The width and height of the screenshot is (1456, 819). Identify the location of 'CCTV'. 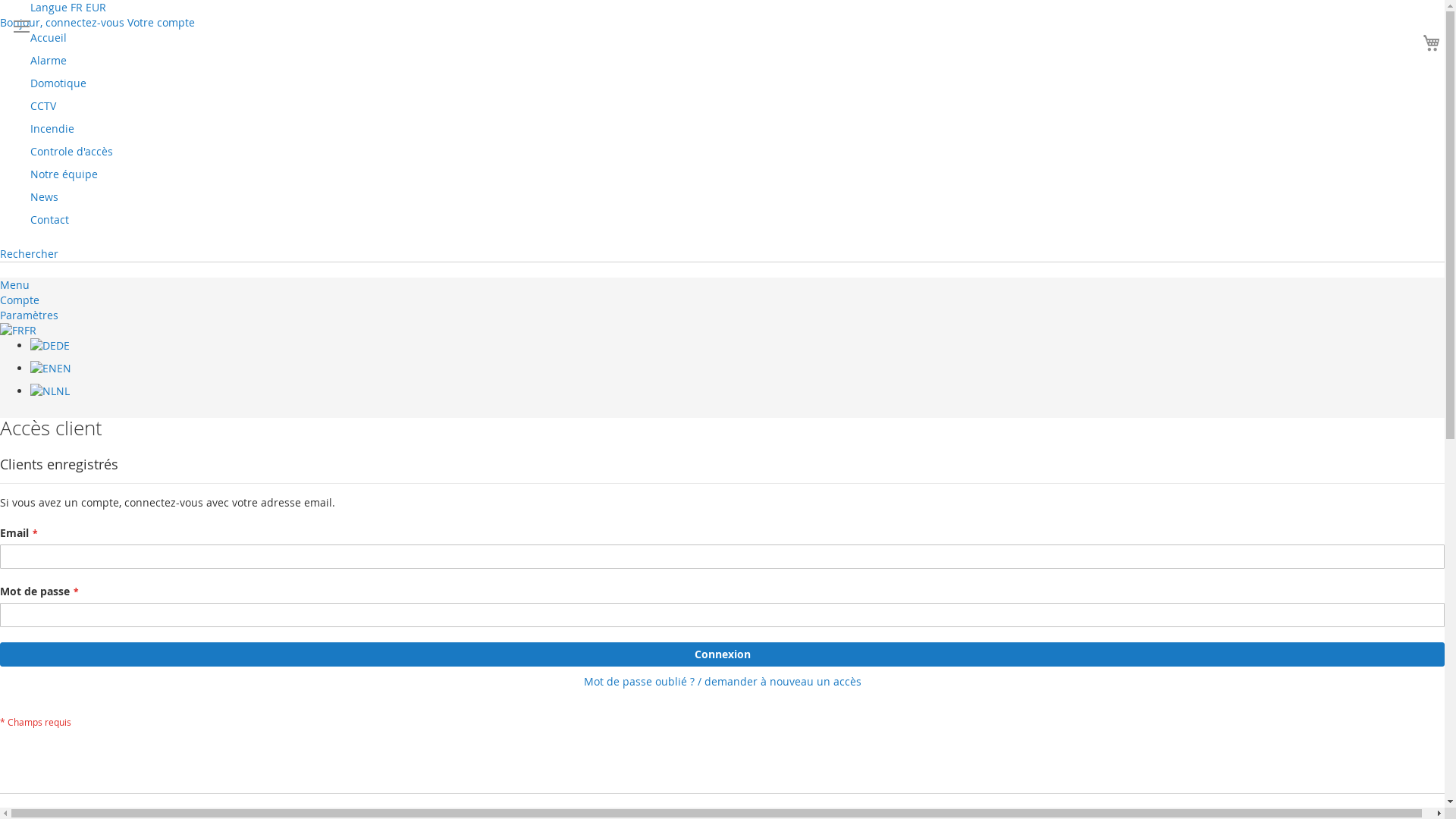
(43, 105).